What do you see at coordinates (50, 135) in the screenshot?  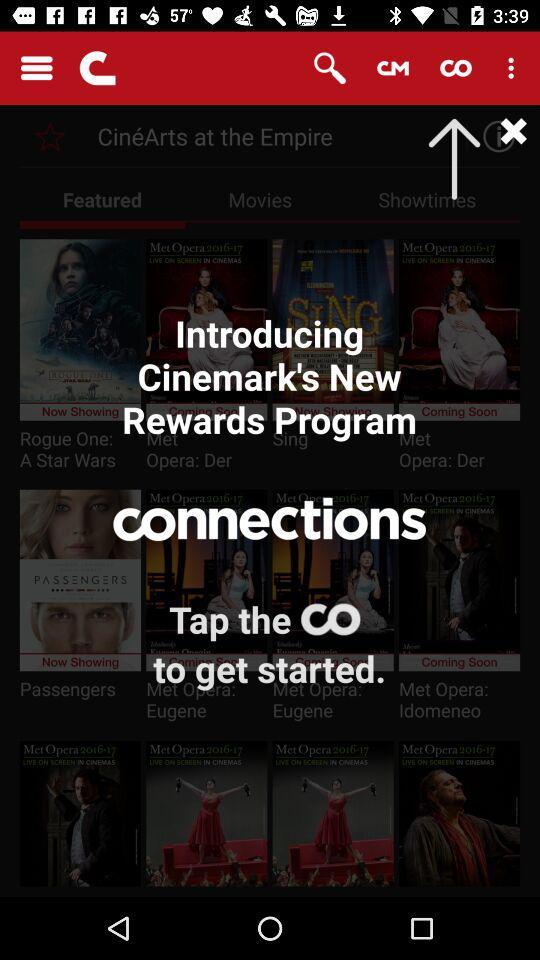 I see `the star icon` at bounding box center [50, 135].